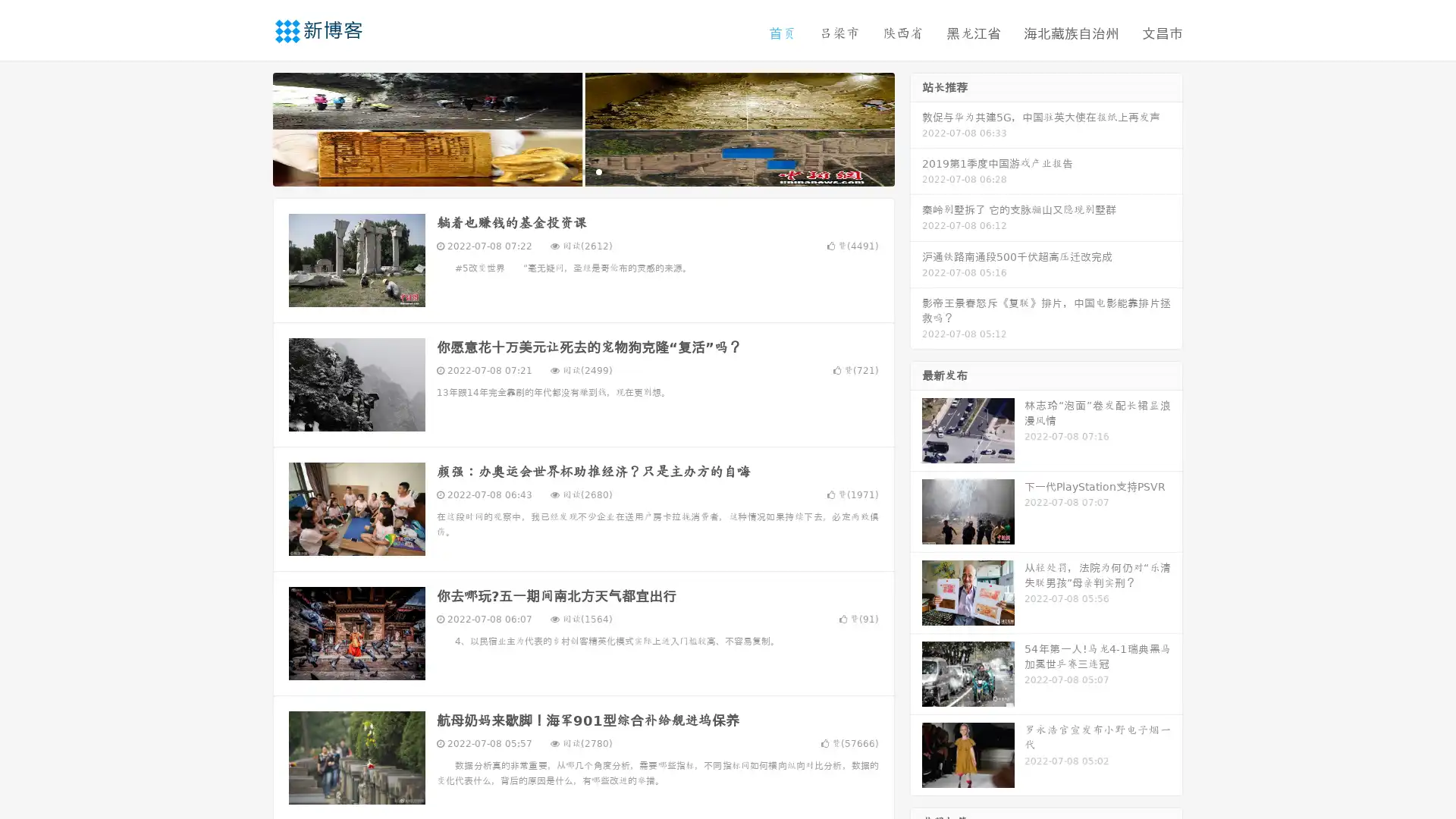 This screenshot has width=1456, height=819. I want to click on Previous slide, so click(250, 127).